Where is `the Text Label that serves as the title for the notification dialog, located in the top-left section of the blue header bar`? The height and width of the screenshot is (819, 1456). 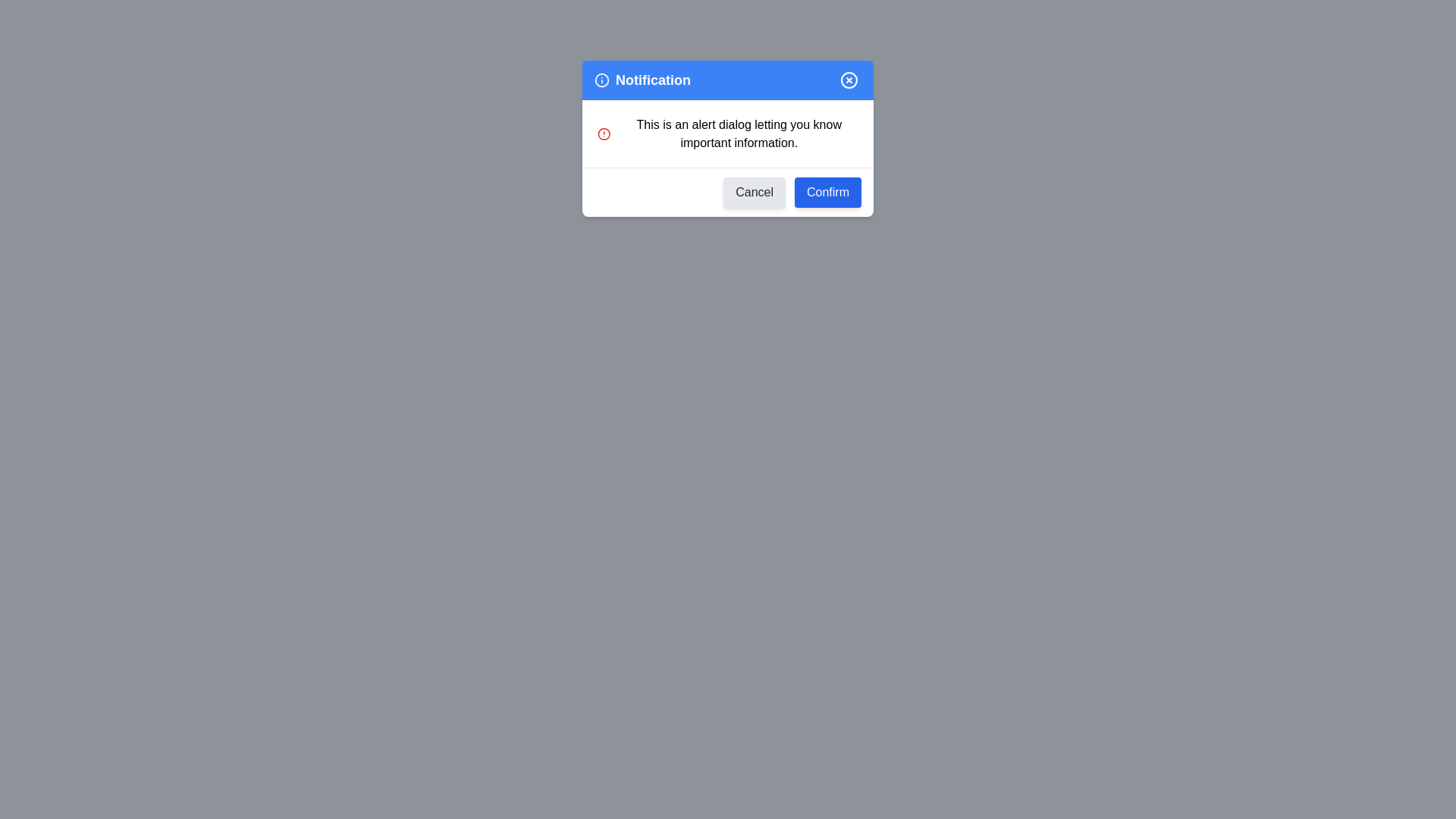
the Text Label that serves as the title for the notification dialog, located in the top-left section of the blue header bar is located at coordinates (642, 80).